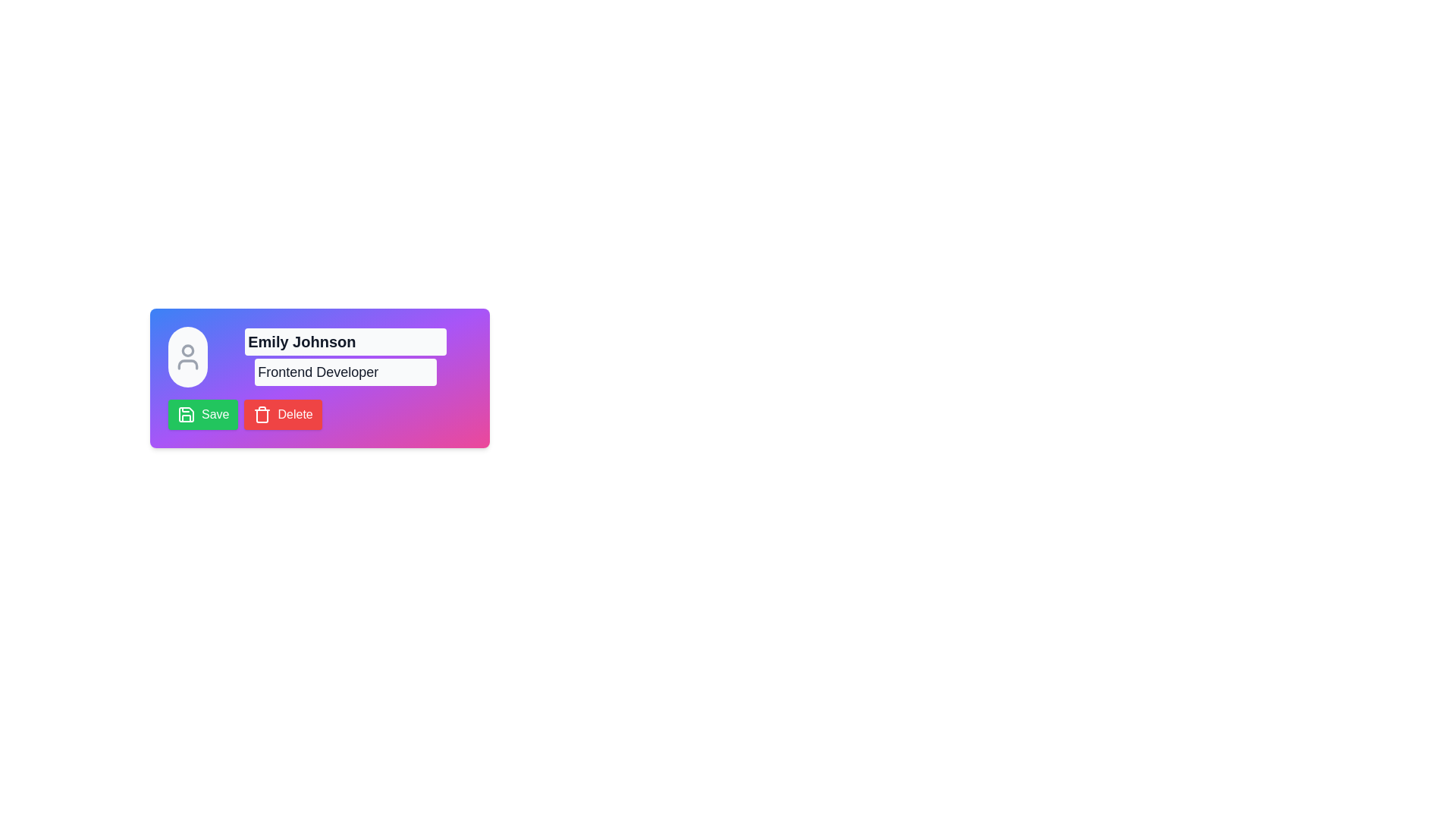 This screenshot has height=819, width=1456. Describe the element at coordinates (214, 415) in the screenshot. I see `the 'Save' text label located inside the button in the lower-left area of the interface` at that location.